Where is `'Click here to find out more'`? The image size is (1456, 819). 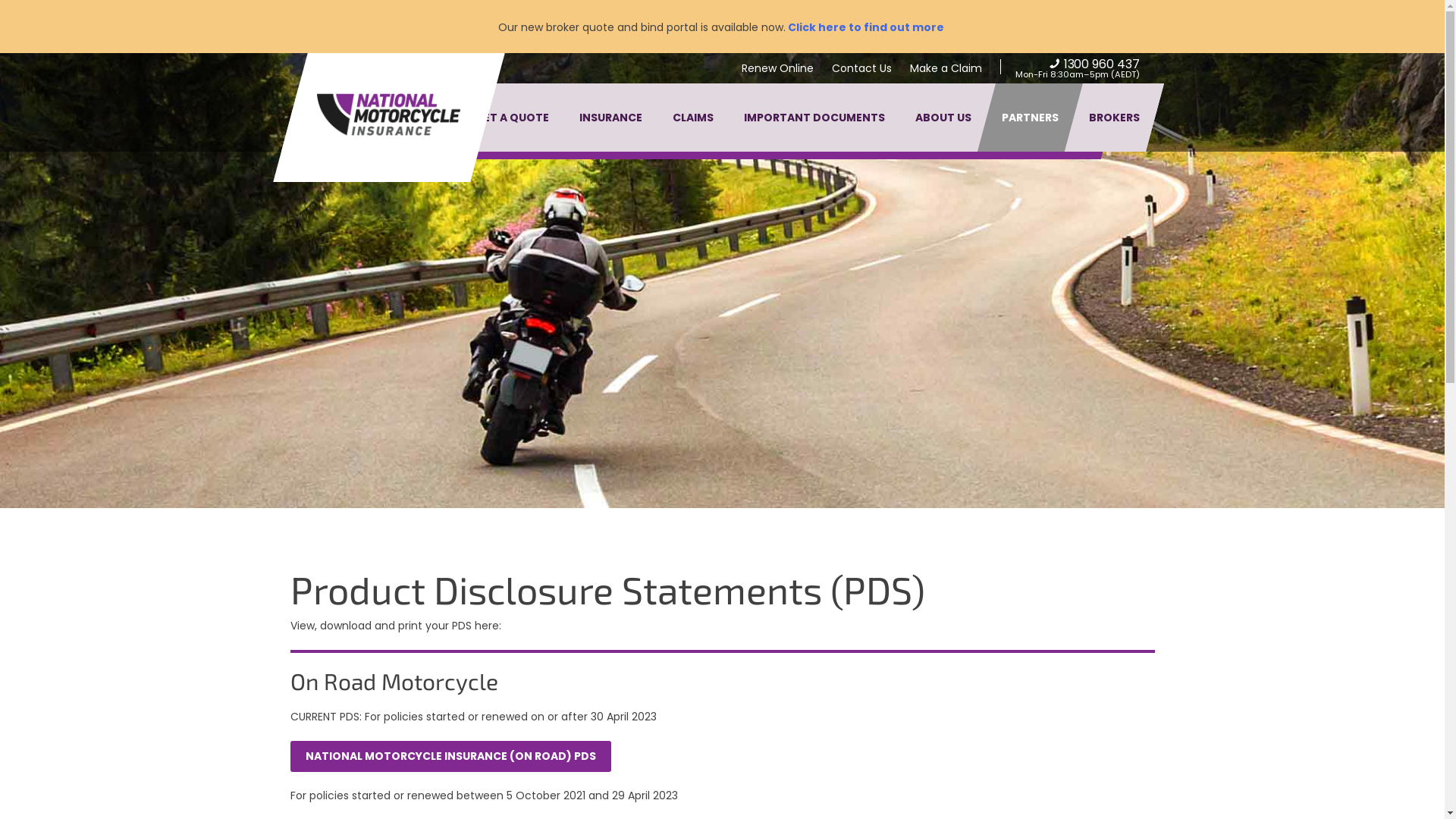
'Click here to find out more' is located at coordinates (786, 27).